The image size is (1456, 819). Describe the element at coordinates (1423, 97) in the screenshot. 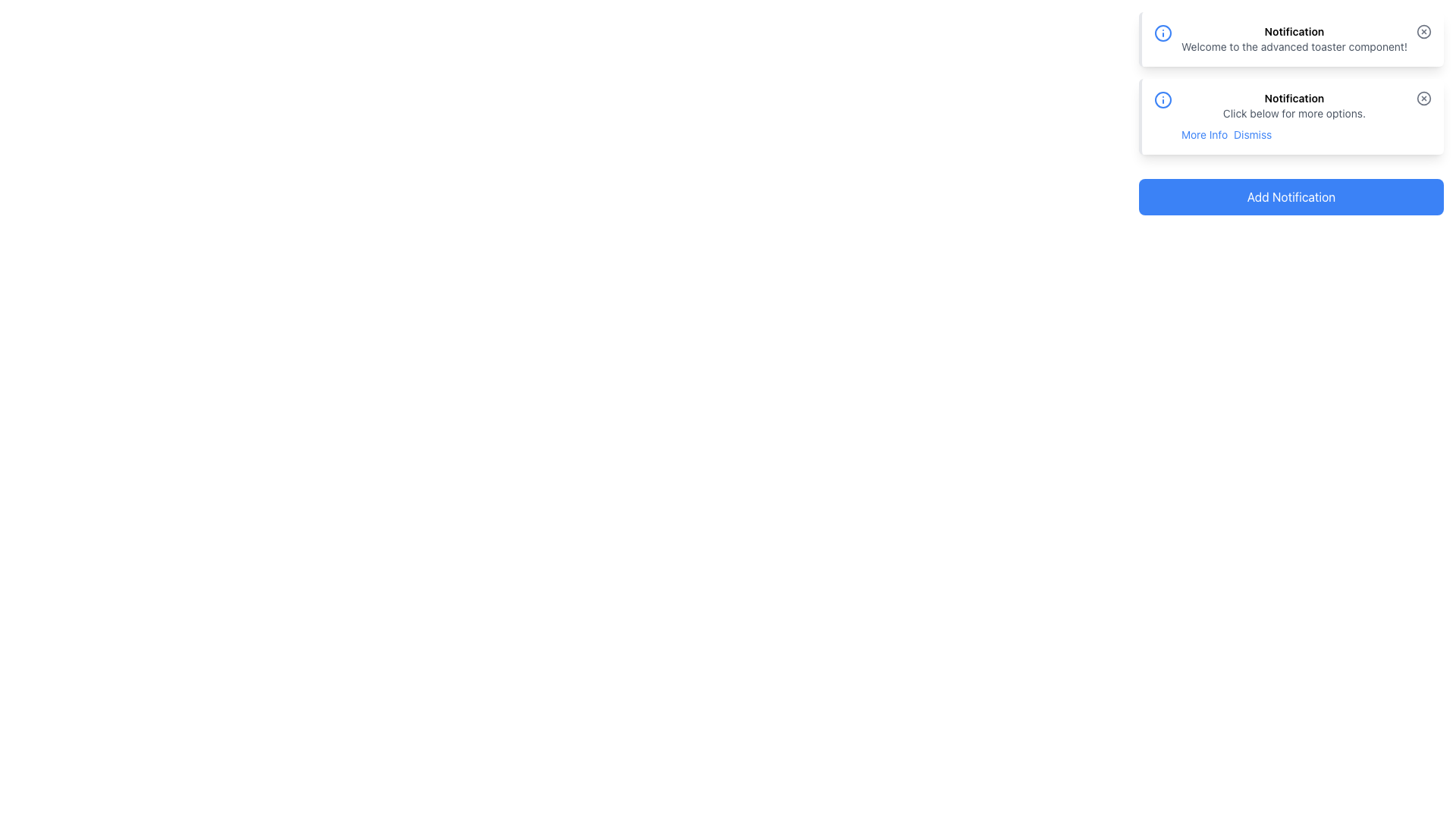

I see `the circular outline icon located in the middle-right part of the second notification panel, which indicates an action such as closing or dismissing a notification` at that location.